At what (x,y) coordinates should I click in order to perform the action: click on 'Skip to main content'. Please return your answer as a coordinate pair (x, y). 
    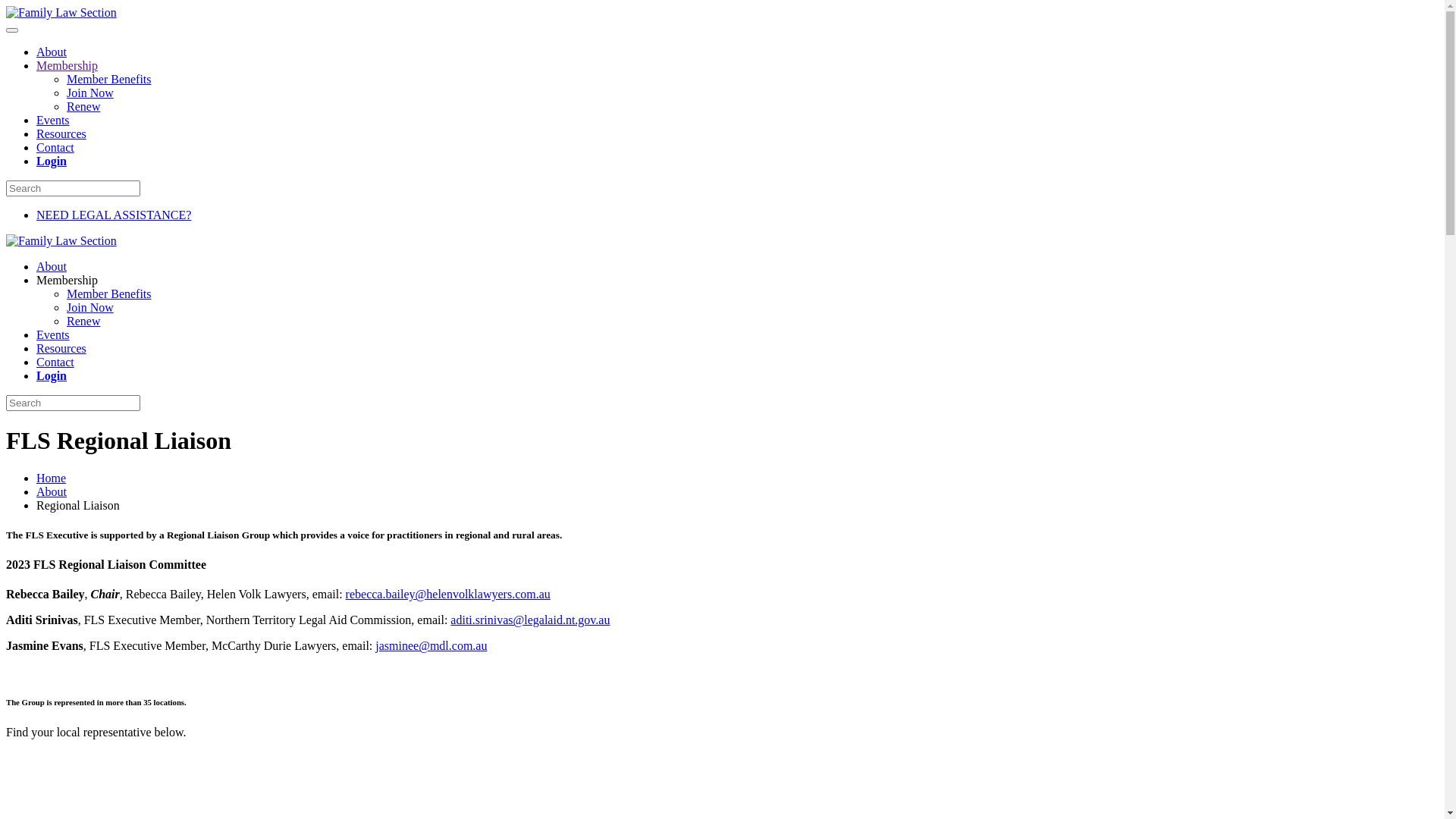
    Looking at the image, I should click on (6, 12).